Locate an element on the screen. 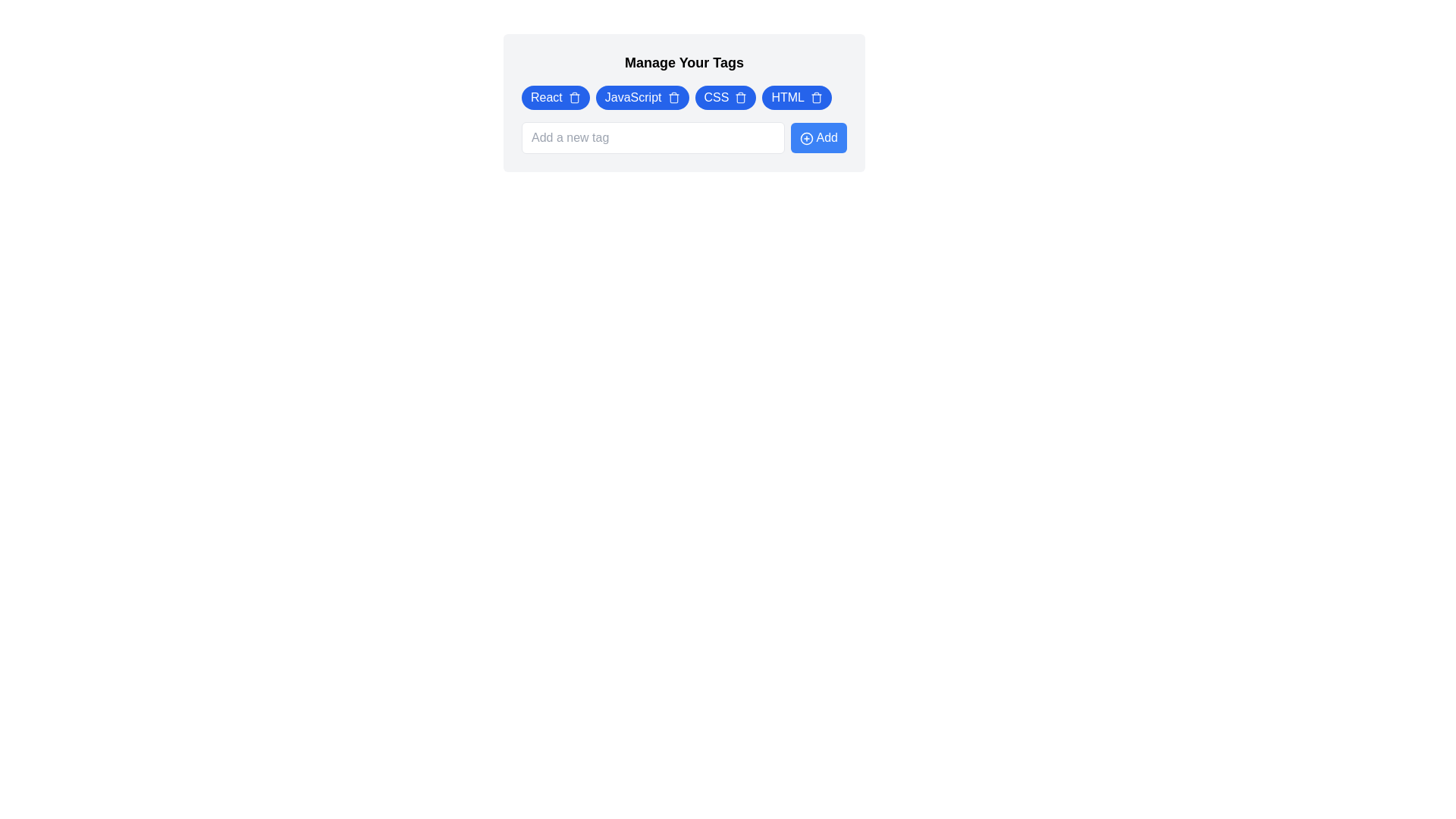 Image resolution: width=1456 pixels, height=819 pixels. the trash can icon's rectangular body outline located next to the 'CSS' tag label in the 'Manage Your Tags' section is located at coordinates (741, 99).